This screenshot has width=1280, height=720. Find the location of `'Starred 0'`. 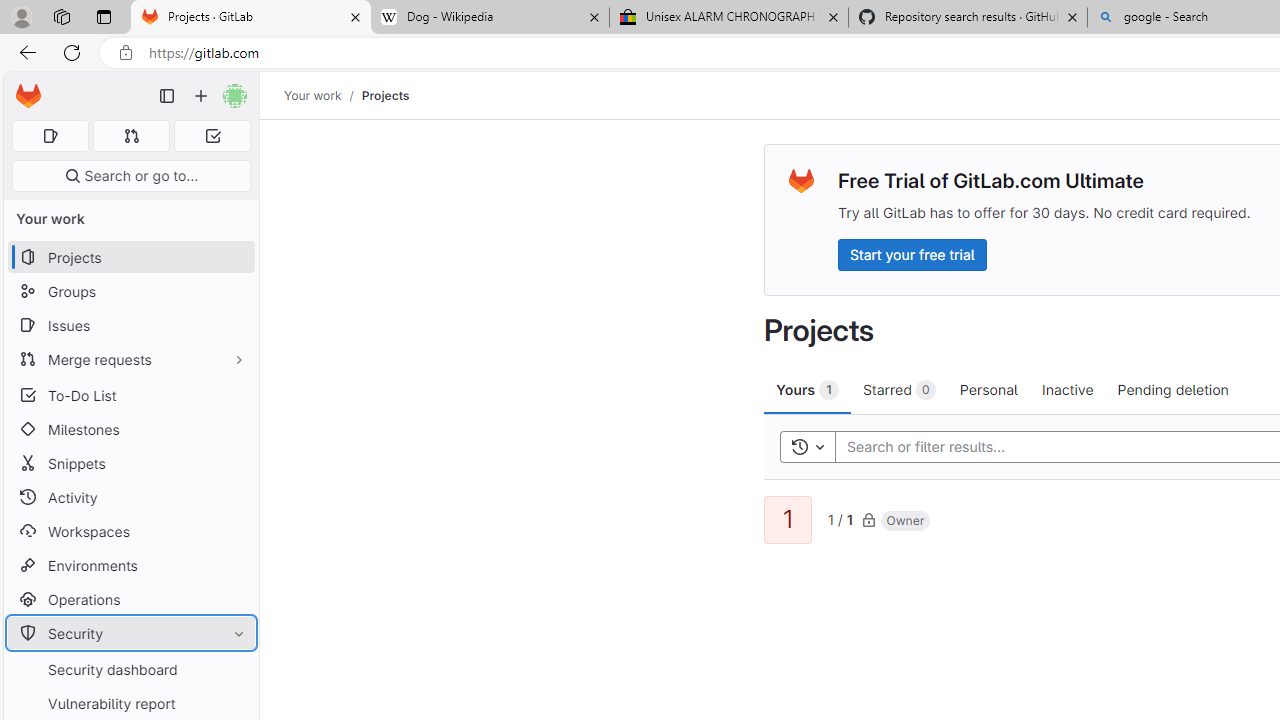

'Starred 0' is located at coordinates (898, 389).